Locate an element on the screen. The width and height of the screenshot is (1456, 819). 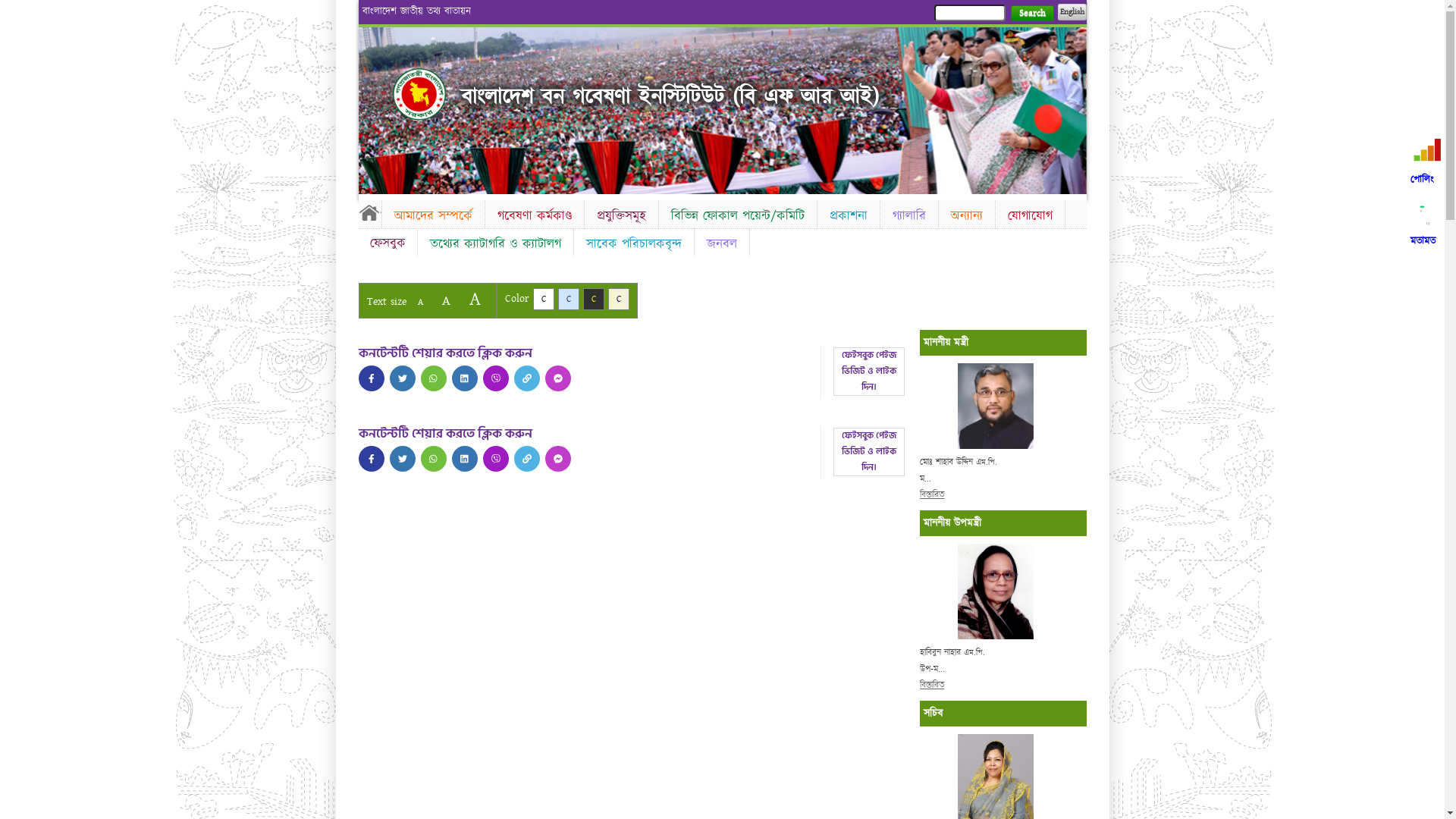
'A' is located at coordinates (444, 300).